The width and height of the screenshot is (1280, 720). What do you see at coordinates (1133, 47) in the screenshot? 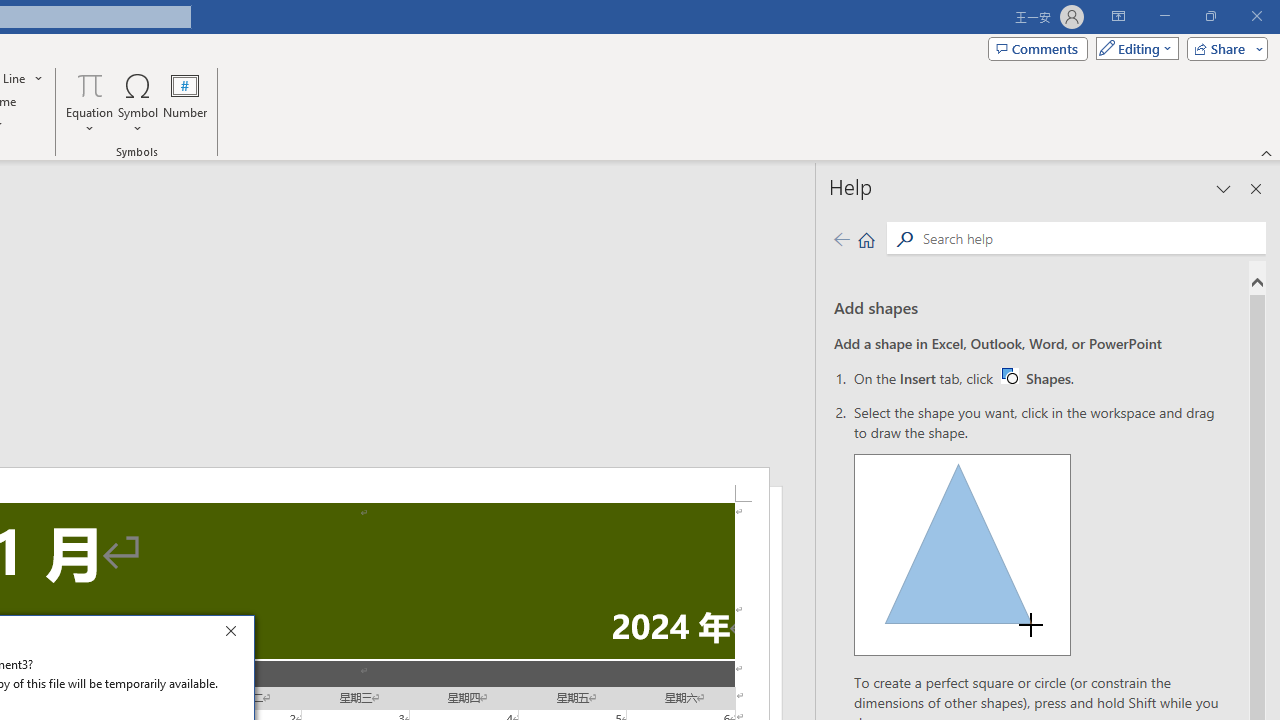
I see `'Mode'` at bounding box center [1133, 47].